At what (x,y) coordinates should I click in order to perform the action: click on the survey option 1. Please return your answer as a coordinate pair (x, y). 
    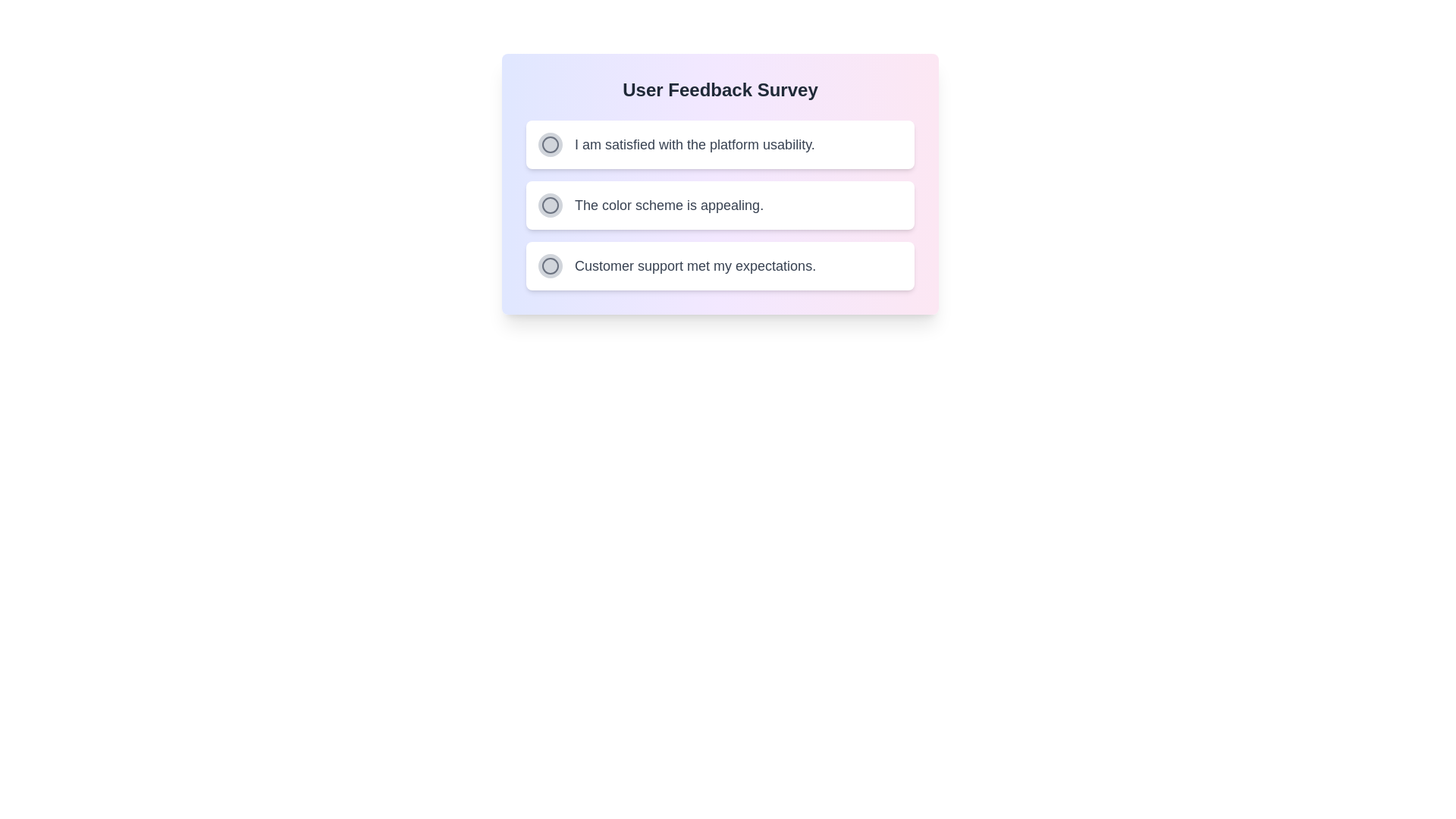
    Looking at the image, I should click on (549, 145).